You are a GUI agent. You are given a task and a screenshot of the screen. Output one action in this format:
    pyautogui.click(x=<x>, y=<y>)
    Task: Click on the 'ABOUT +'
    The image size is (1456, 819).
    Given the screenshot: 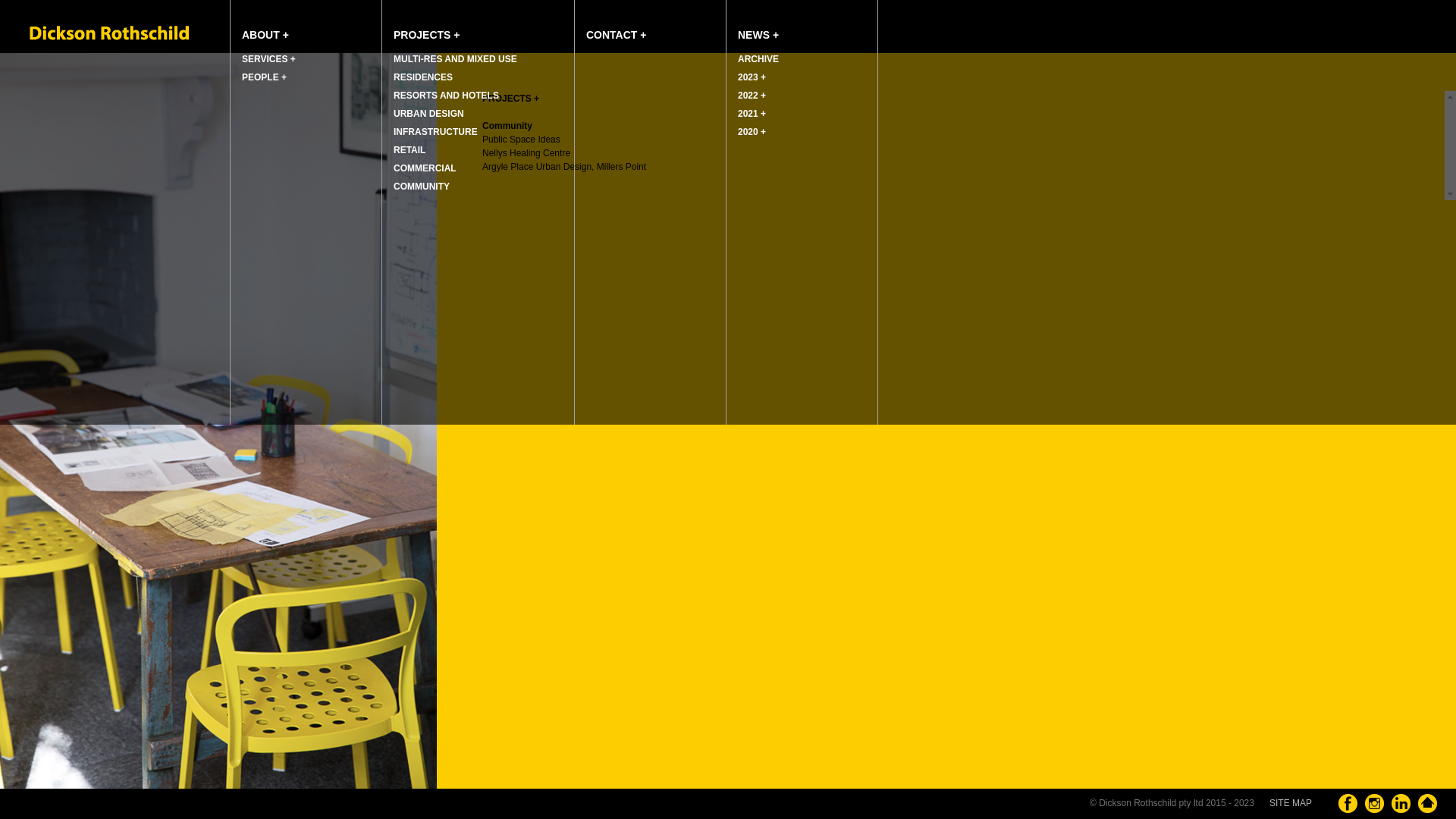 What is the action you would take?
    pyautogui.click(x=229, y=25)
    